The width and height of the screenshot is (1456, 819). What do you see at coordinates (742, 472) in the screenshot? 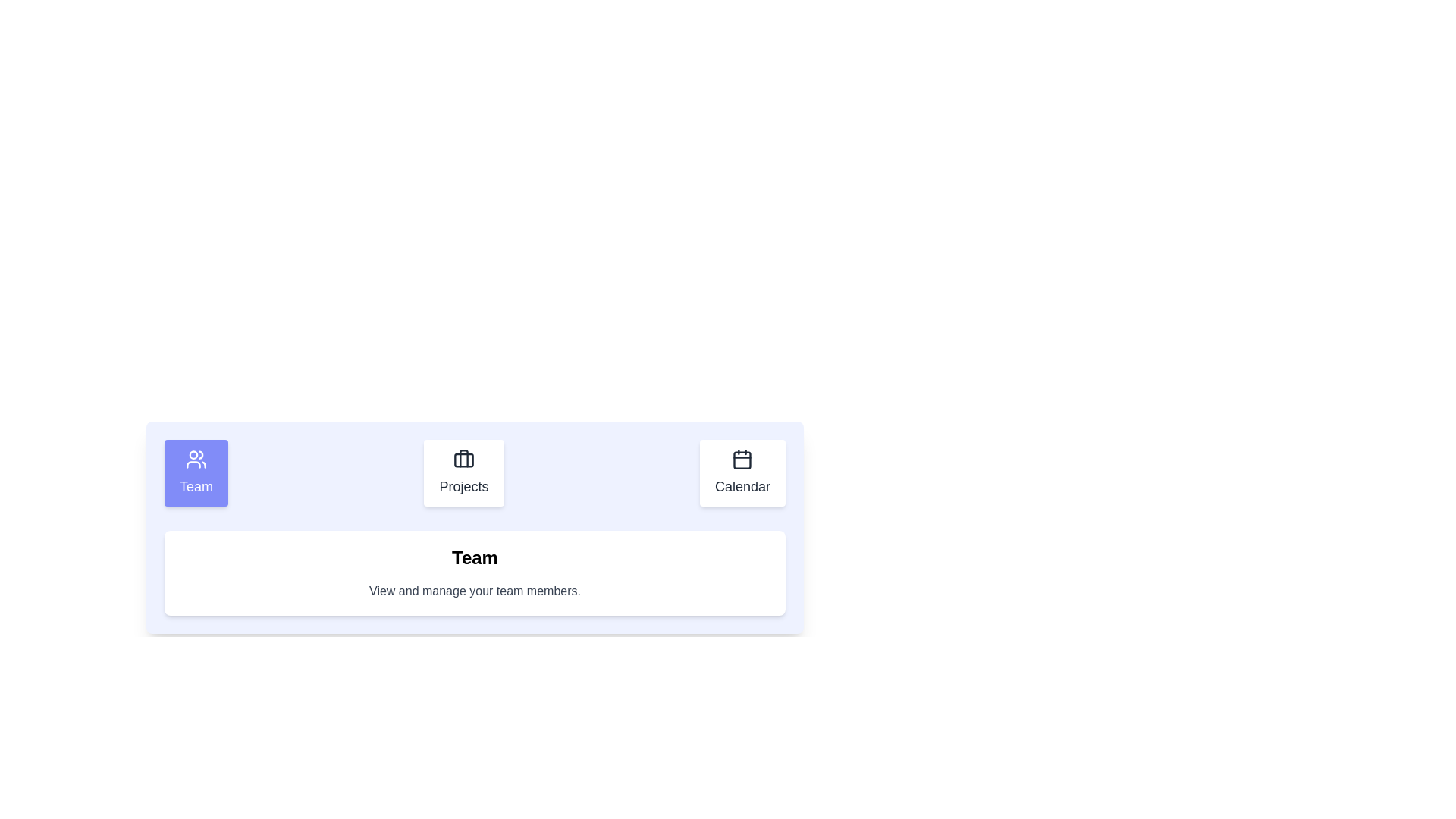
I see `the Calendar tab to observe its hover effect` at bounding box center [742, 472].